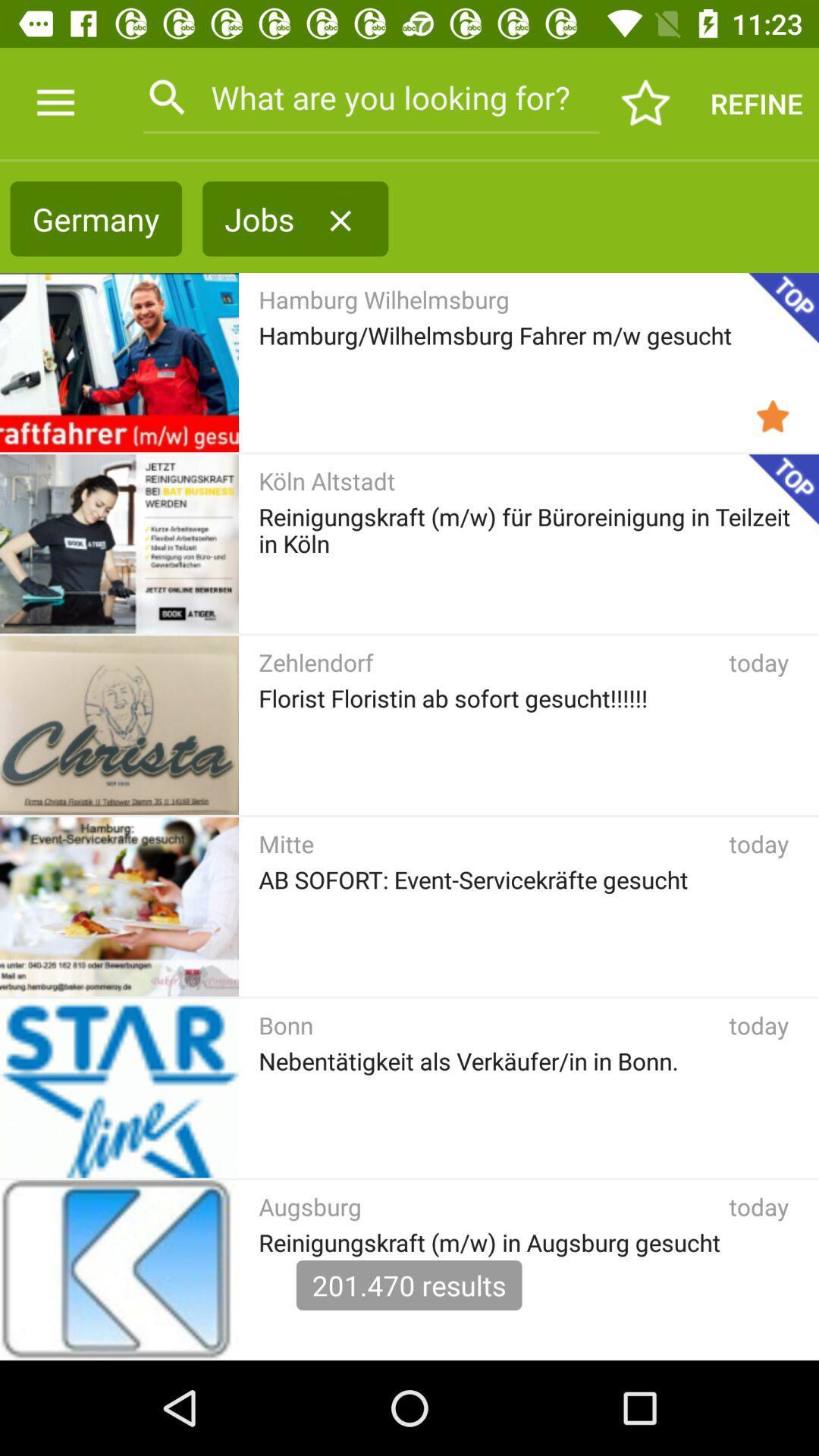 This screenshot has height=1456, width=819. What do you see at coordinates (646, 102) in the screenshot?
I see `item next to the refine` at bounding box center [646, 102].